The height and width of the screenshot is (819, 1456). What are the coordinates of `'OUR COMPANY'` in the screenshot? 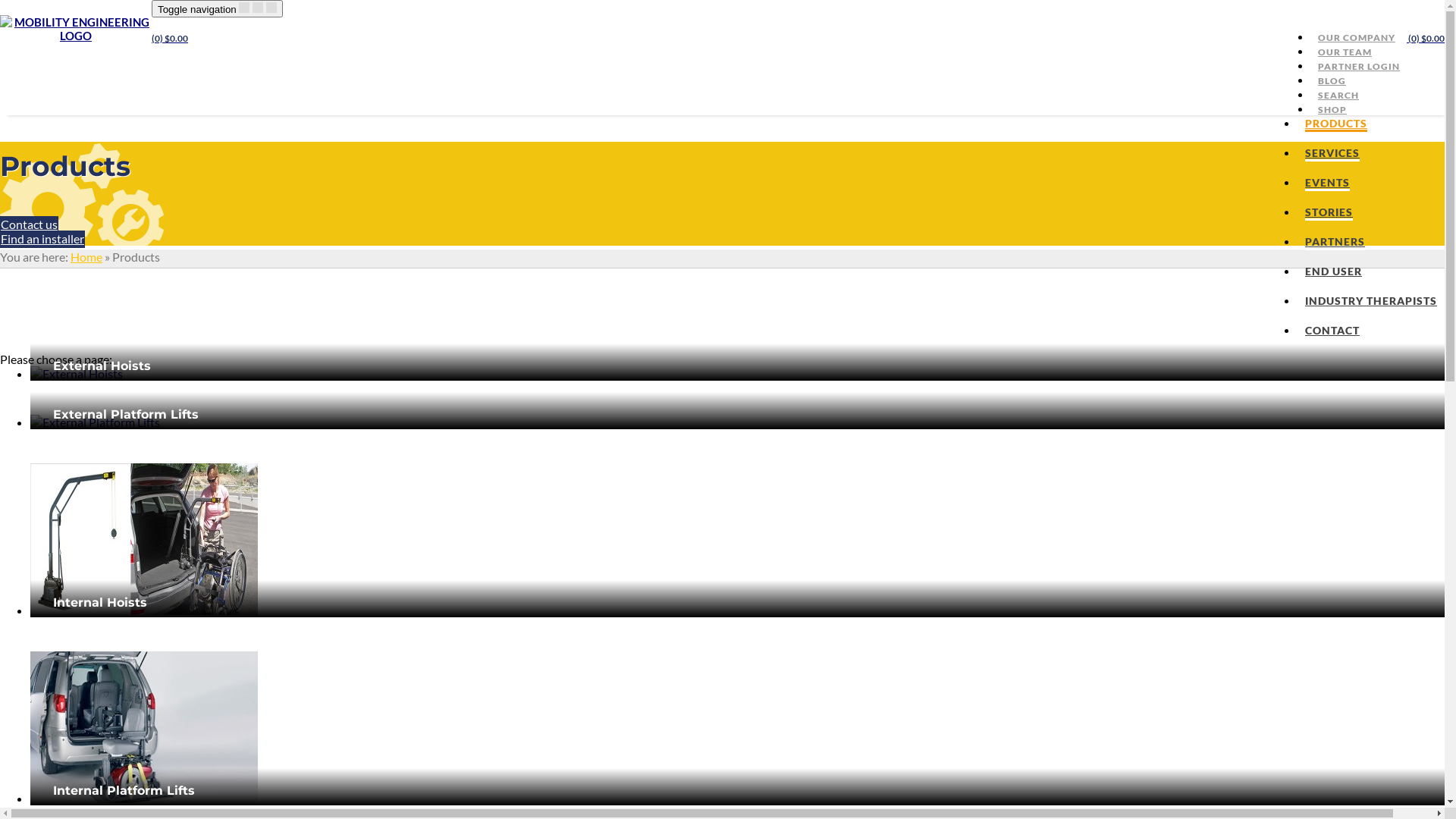 It's located at (1310, 36).